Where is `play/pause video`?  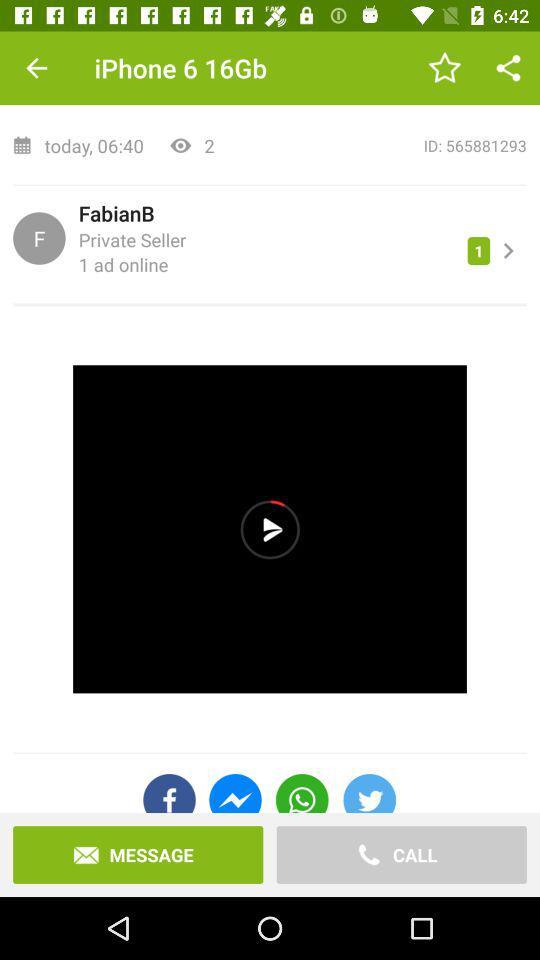 play/pause video is located at coordinates (270, 528).